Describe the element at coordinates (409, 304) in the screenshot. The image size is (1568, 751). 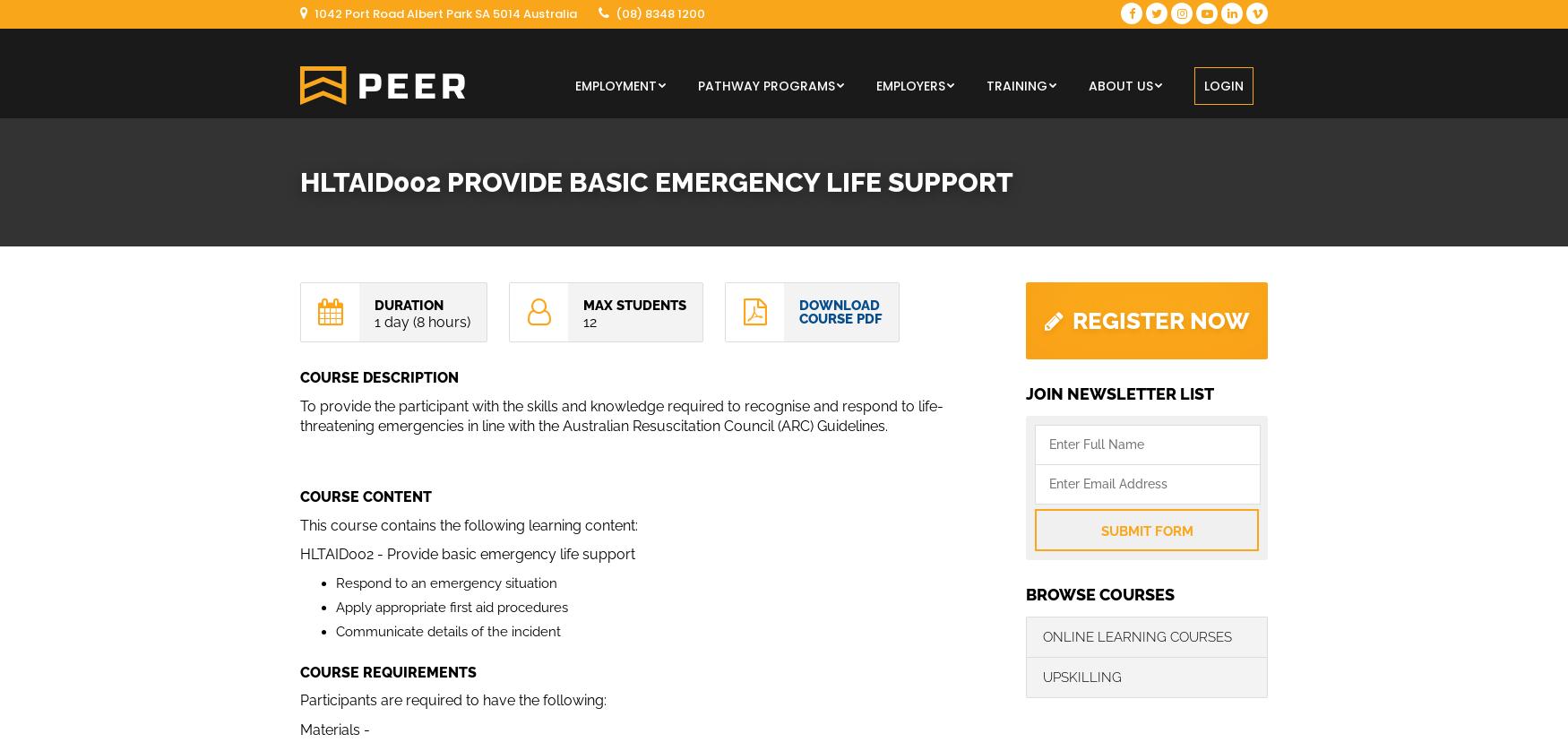
I see `'Duration'` at that location.